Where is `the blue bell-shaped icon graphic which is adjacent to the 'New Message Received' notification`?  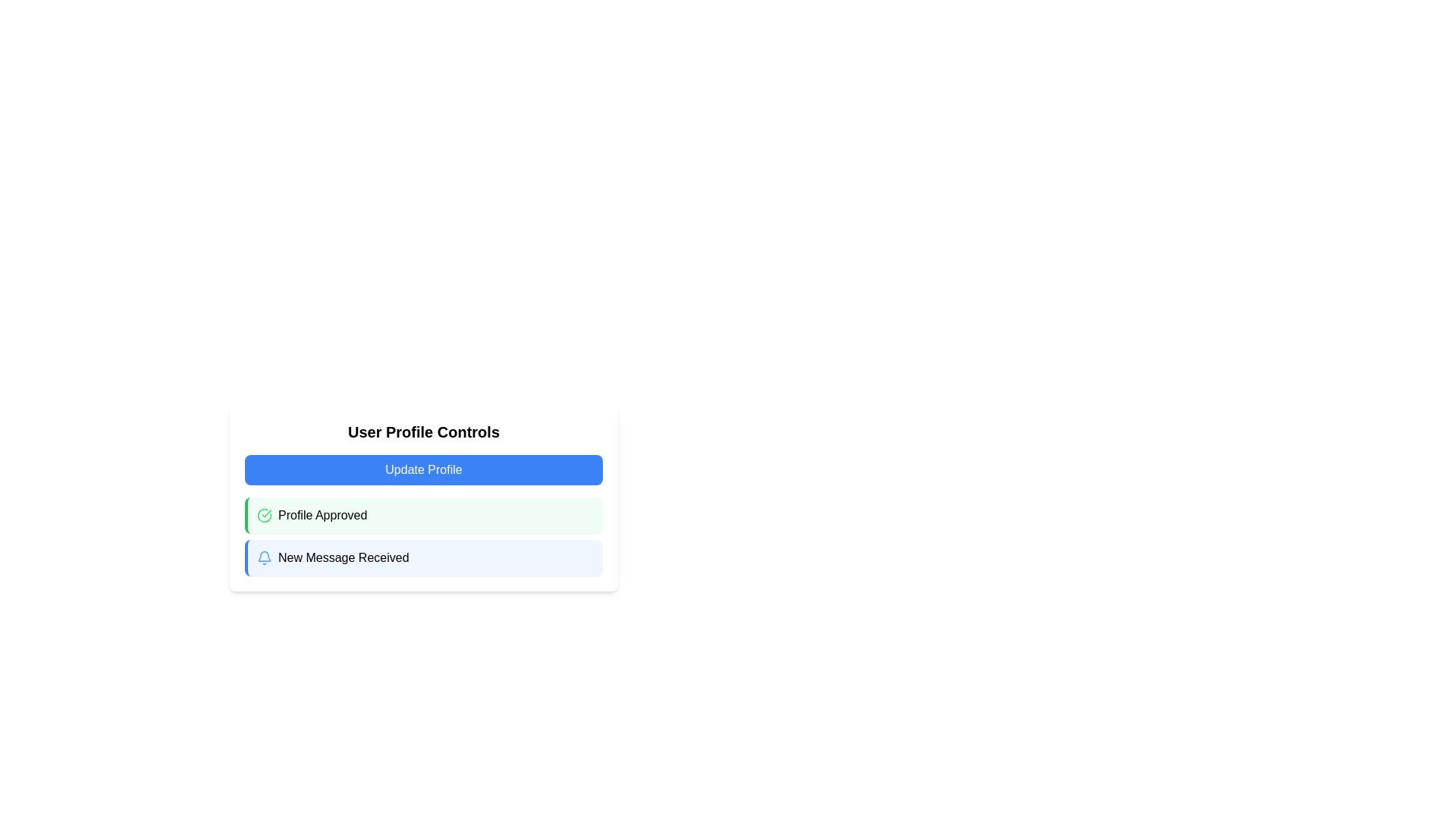
the blue bell-shaped icon graphic which is adjacent to the 'New Message Received' notification is located at coordinates (265, 556).